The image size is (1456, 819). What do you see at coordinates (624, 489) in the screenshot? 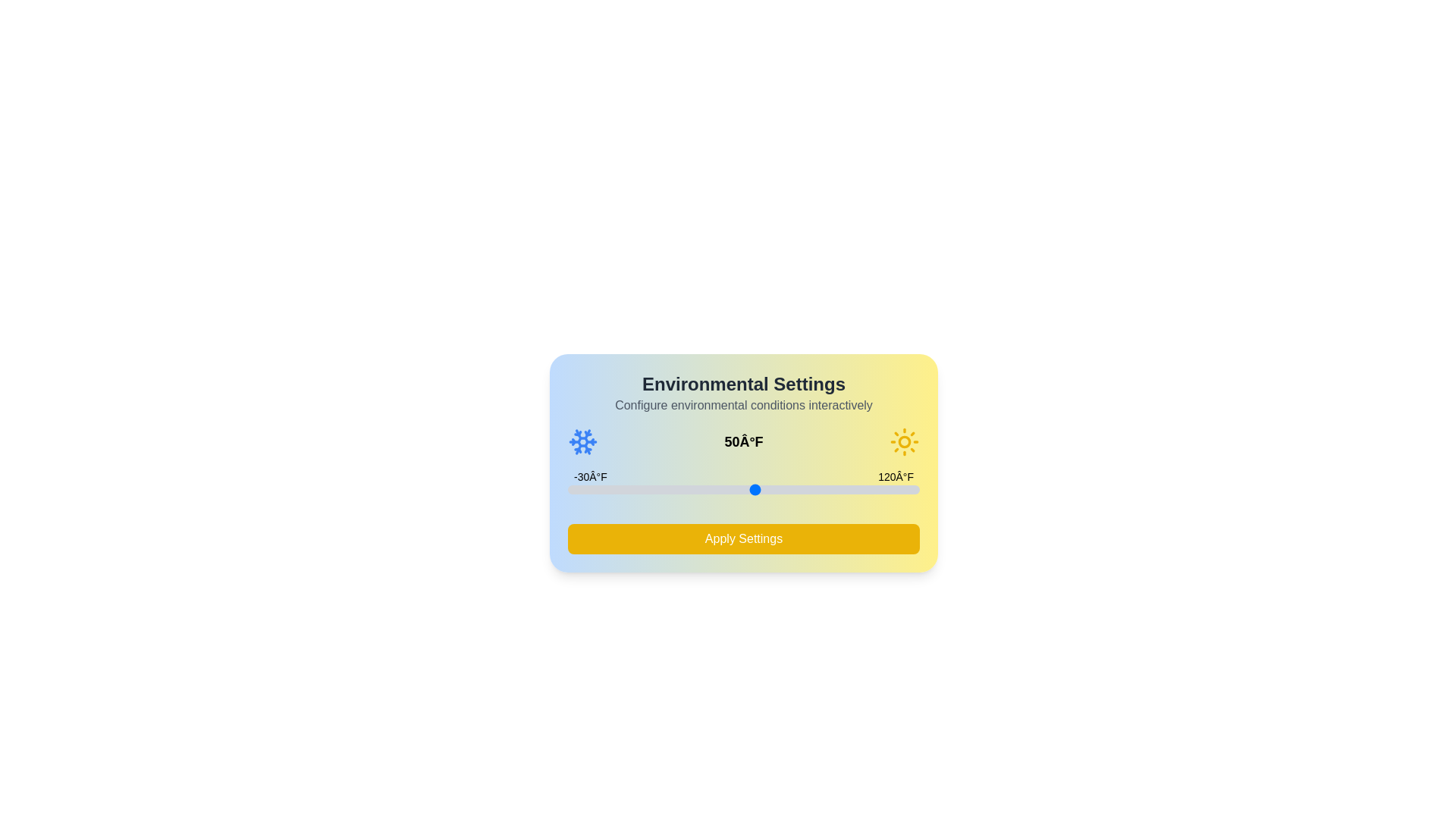
I see `the temperature slider to -6°F` at bounding box center [624, 489].